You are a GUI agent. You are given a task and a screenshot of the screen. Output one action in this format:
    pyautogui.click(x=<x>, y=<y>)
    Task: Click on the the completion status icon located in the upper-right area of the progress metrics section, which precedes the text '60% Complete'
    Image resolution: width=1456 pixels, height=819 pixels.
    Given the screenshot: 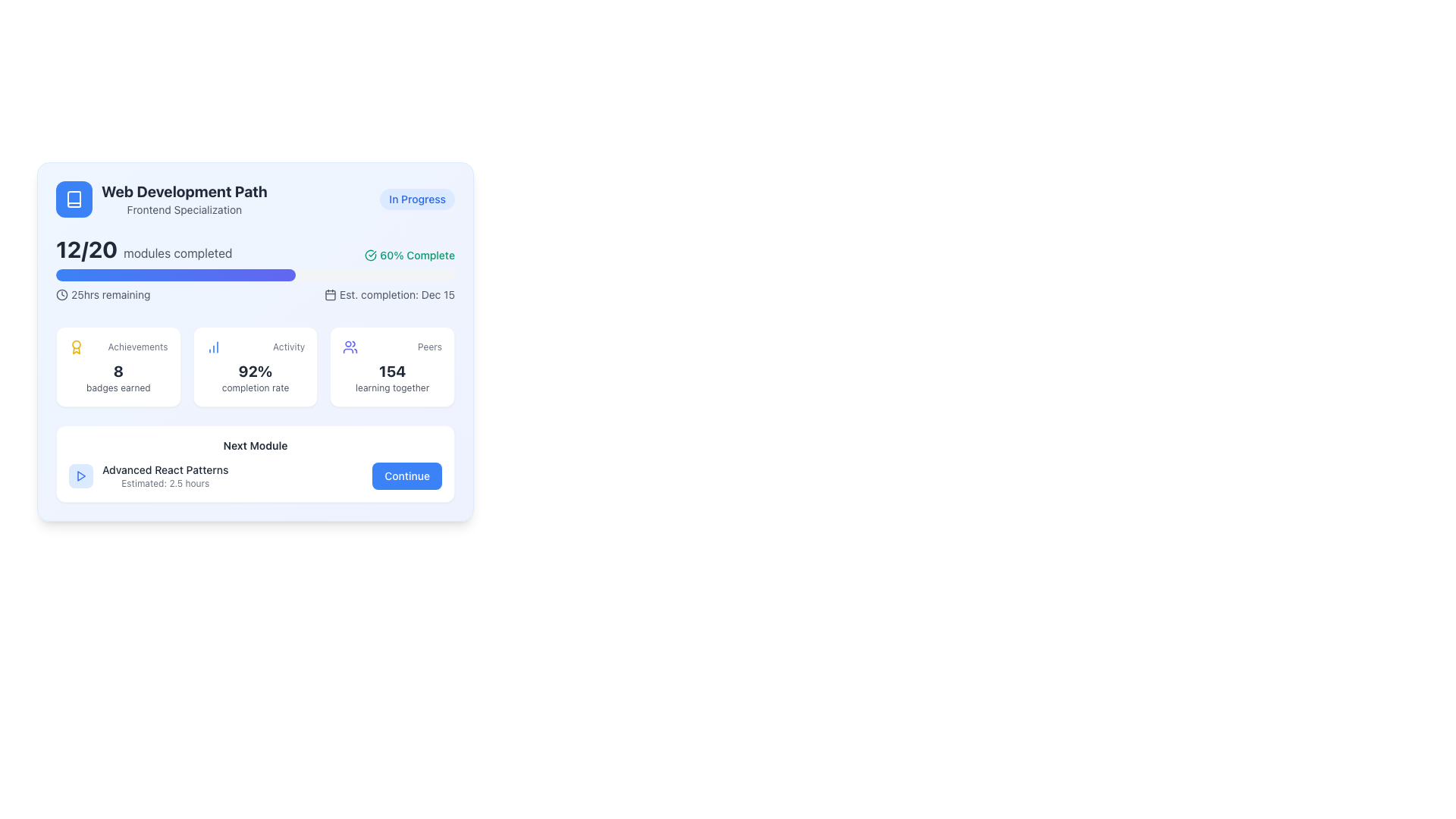 What is the action you would take?
    pyautogui.click(x=371, y=254)
    